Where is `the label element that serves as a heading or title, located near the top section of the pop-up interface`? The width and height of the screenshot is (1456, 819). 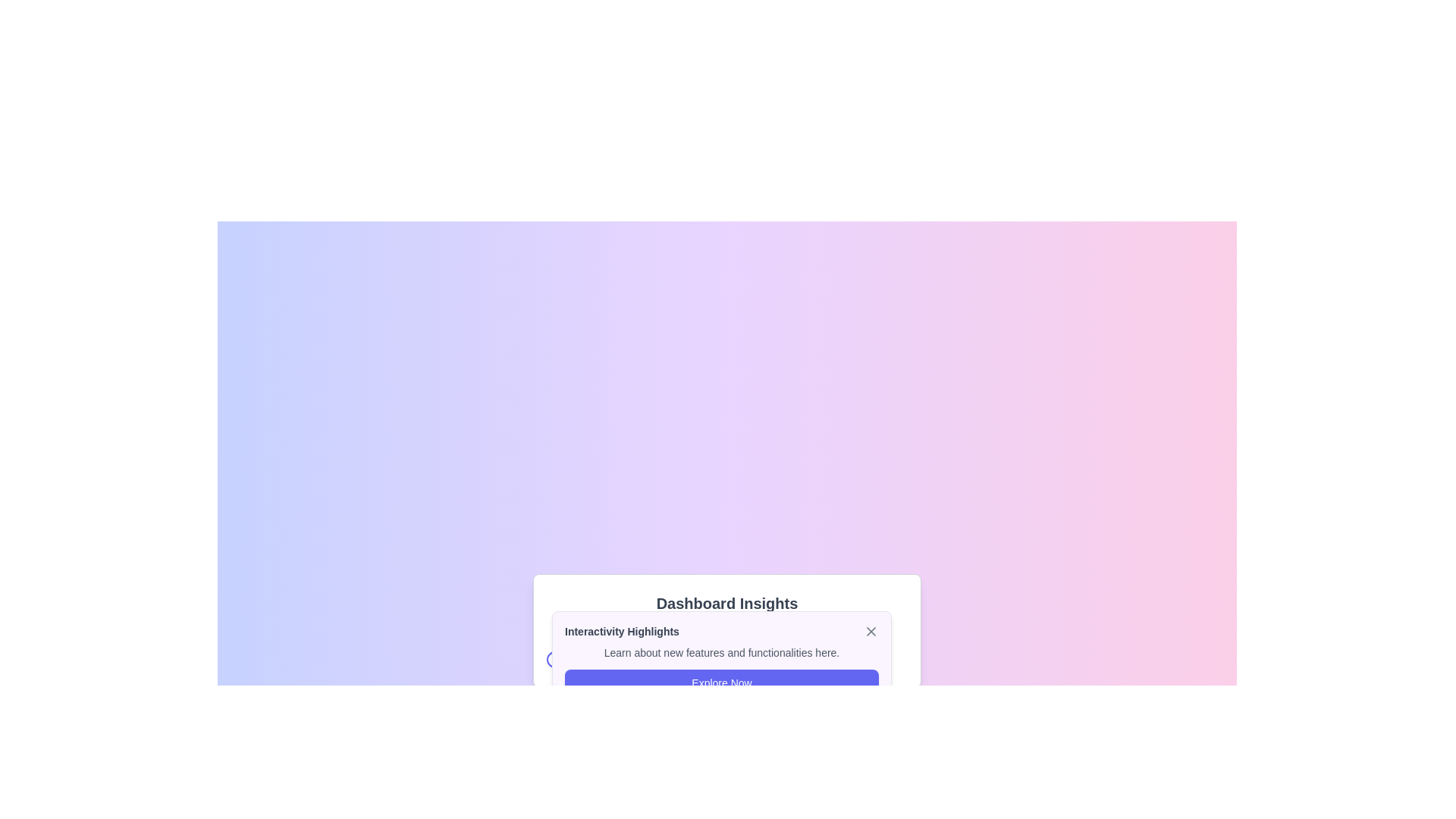
the label element that serves as a heading or title, located near the top section of the pop-up interface is located at coordinates (622, 632).